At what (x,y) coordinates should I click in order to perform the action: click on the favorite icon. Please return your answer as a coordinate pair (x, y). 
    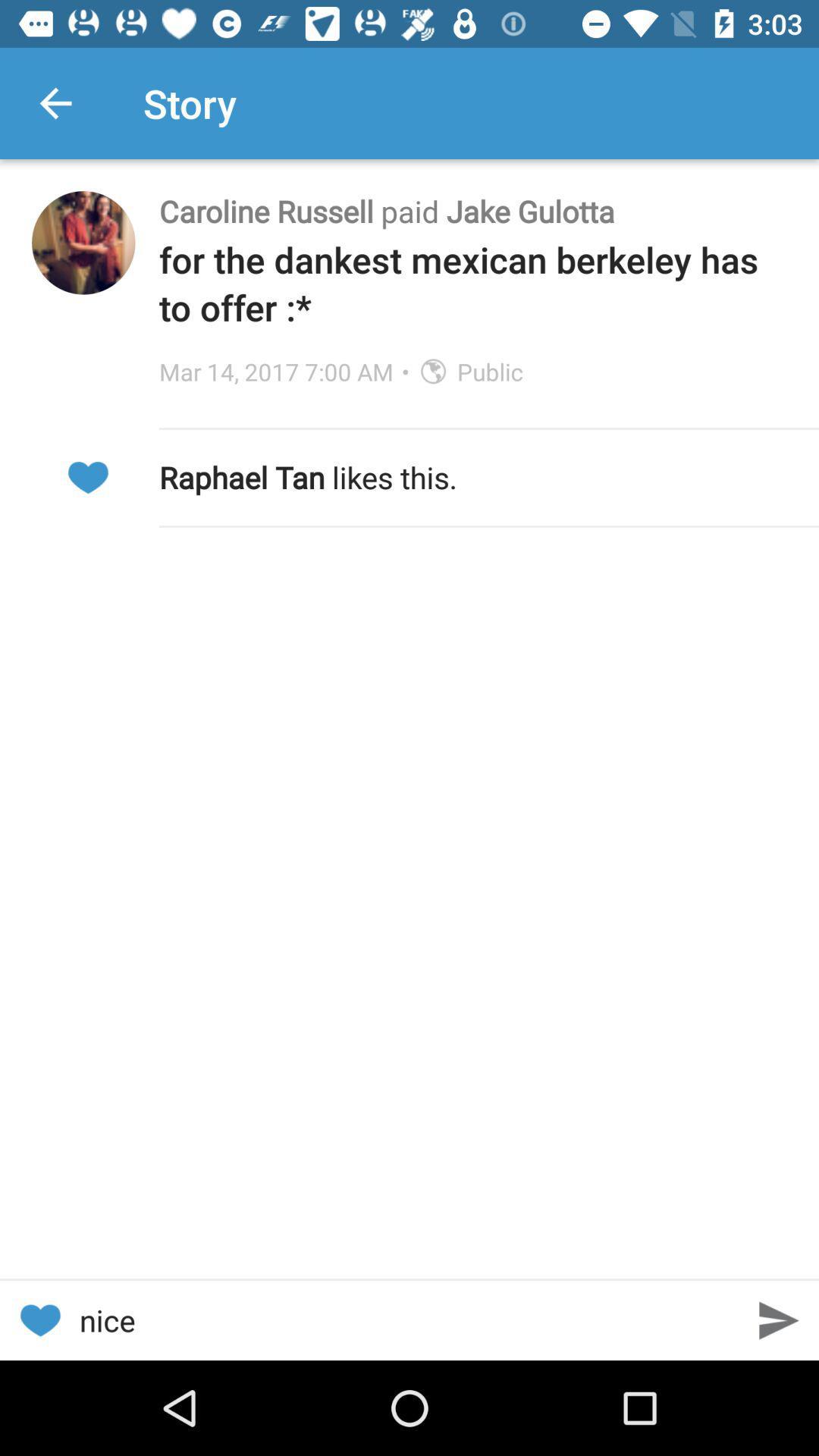
    Looking at the image, I should click on (87, 476).